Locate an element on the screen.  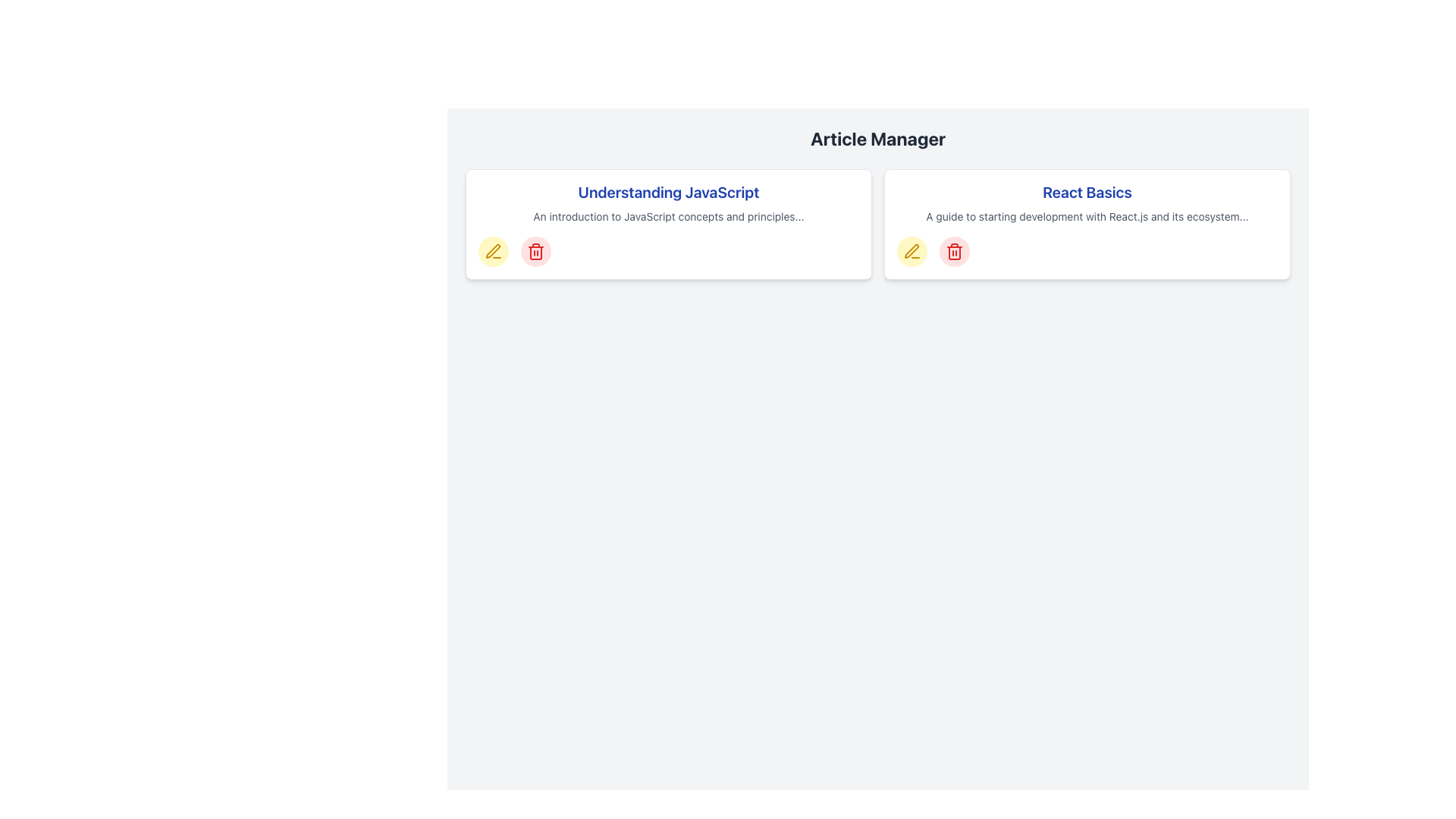
the circular button with an edit icon located beneath the text 'Understanding JavaScript' is located at coordinates (494, 250).